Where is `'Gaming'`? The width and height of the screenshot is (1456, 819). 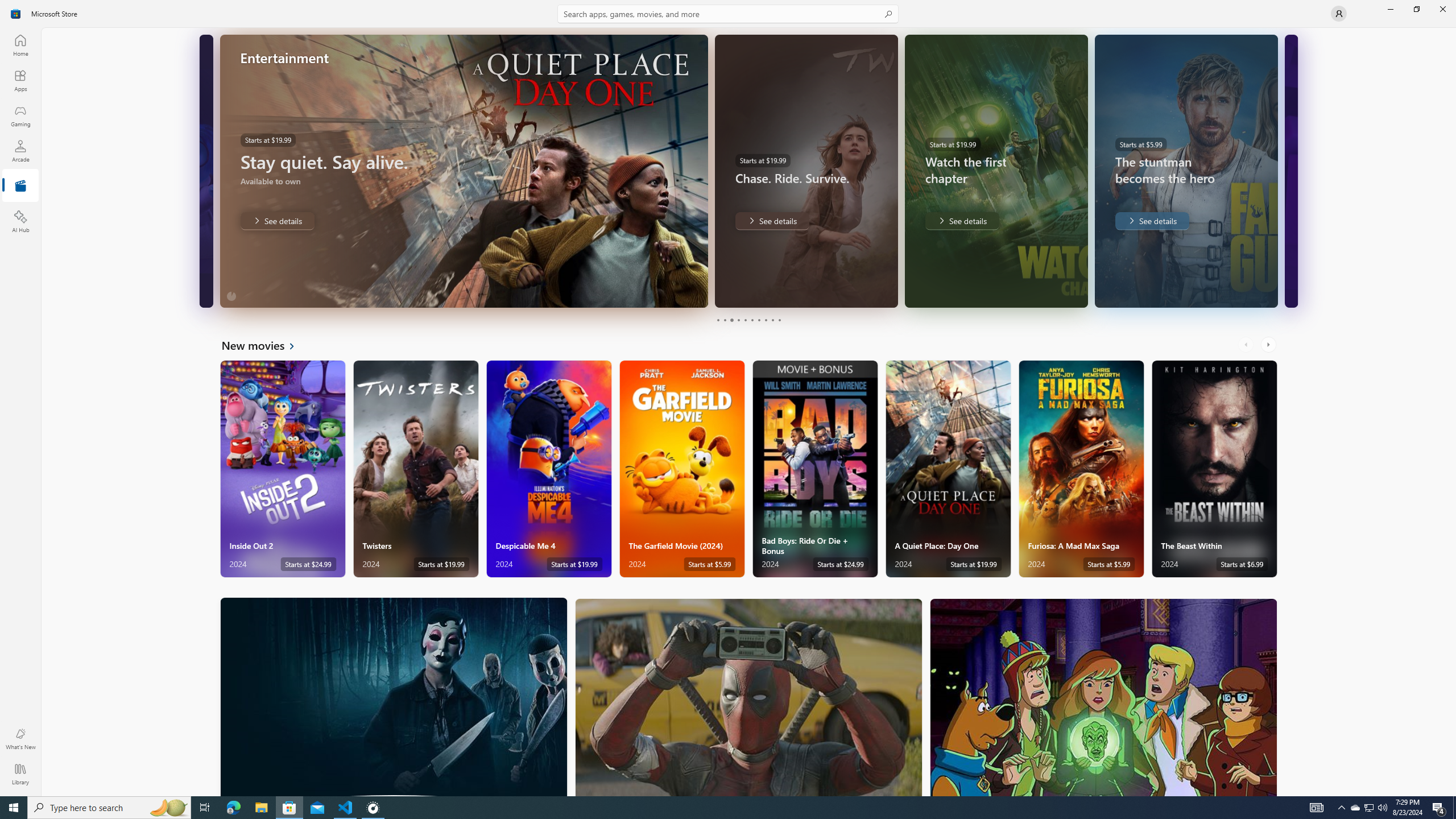 'Gaming' is located at coordinates (19, 115).